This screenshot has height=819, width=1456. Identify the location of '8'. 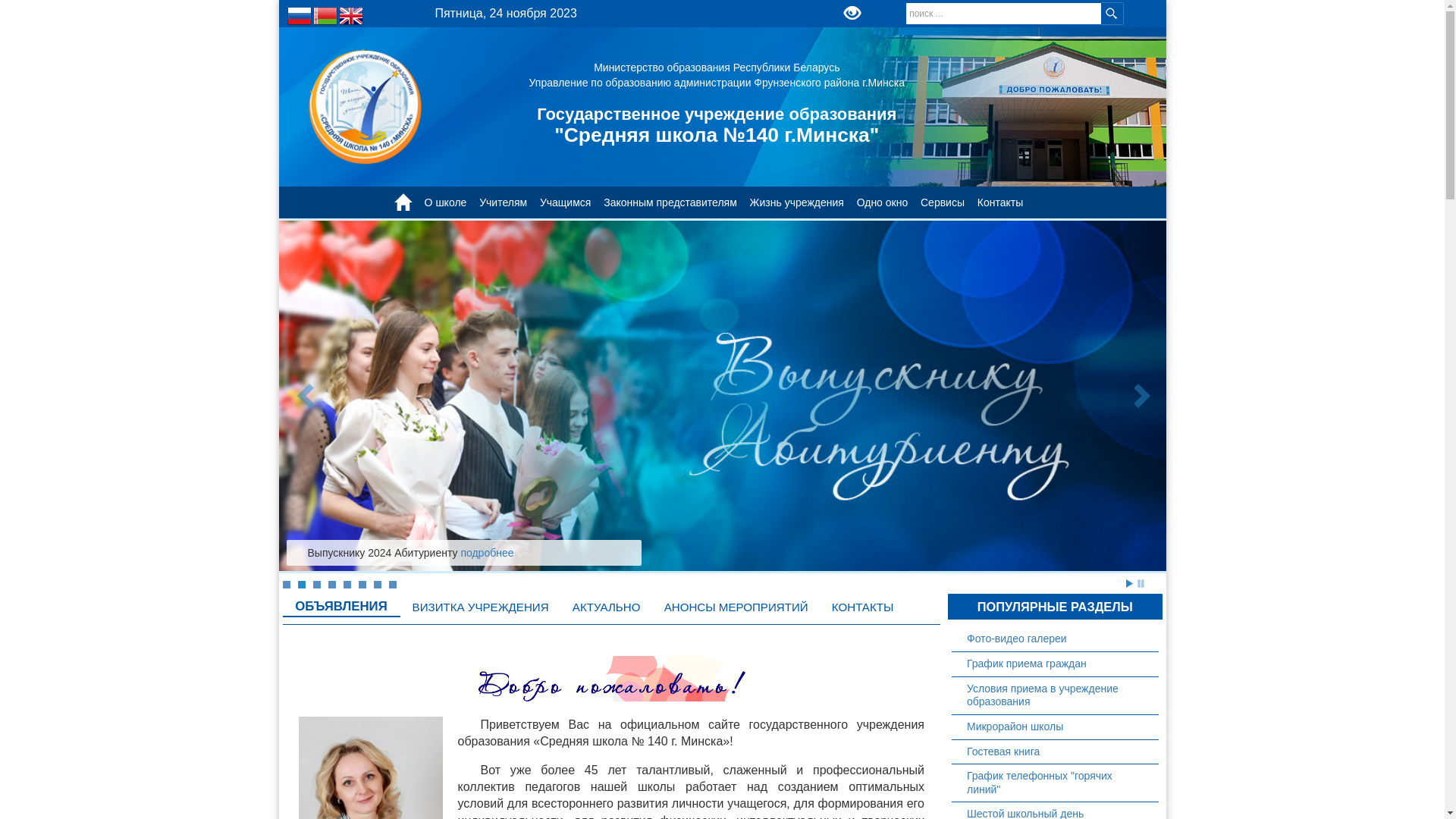
(392, 584).